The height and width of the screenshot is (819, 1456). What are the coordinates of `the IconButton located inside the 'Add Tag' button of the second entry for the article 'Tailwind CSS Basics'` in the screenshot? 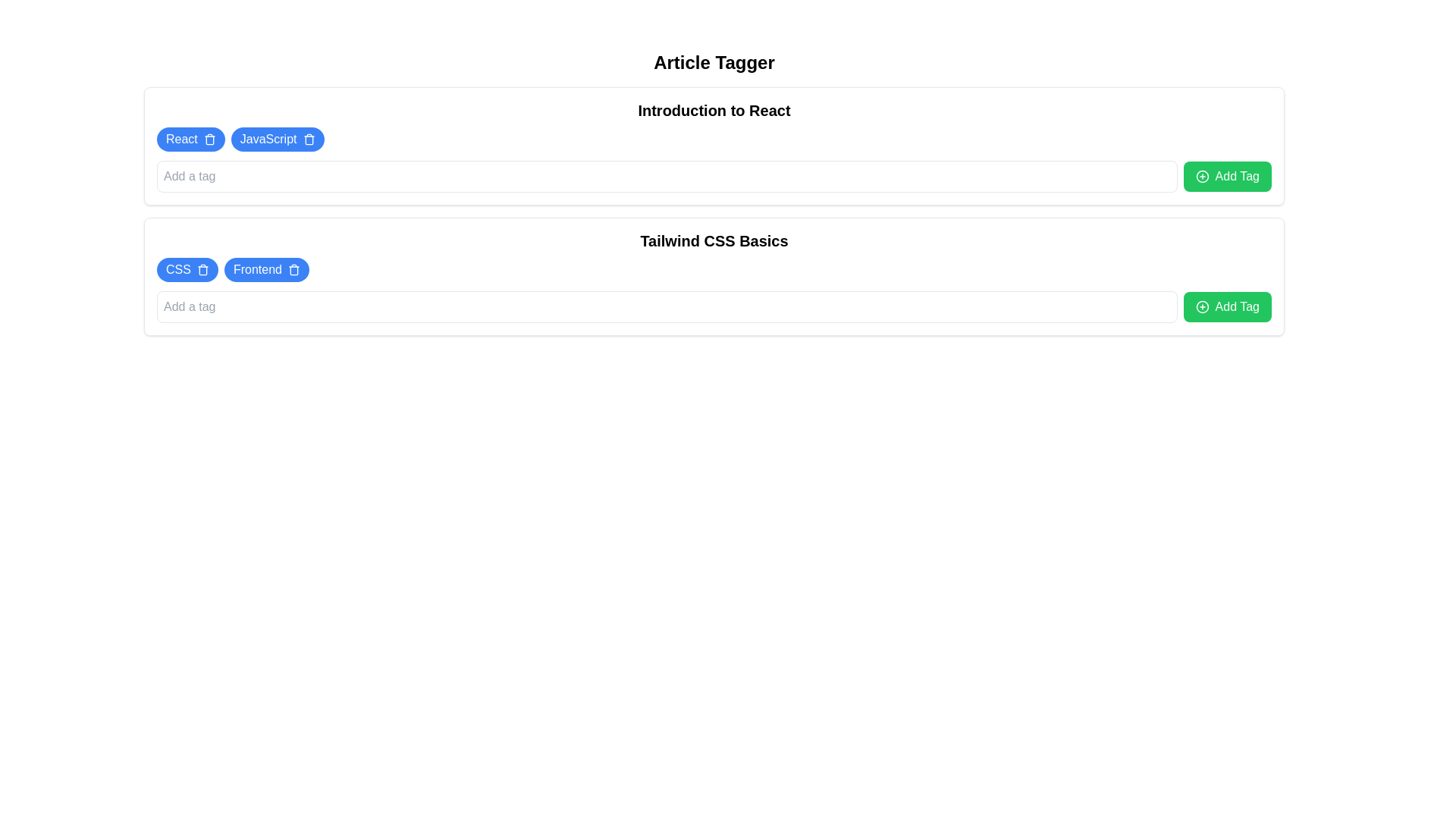 It's located at (1201, 307).